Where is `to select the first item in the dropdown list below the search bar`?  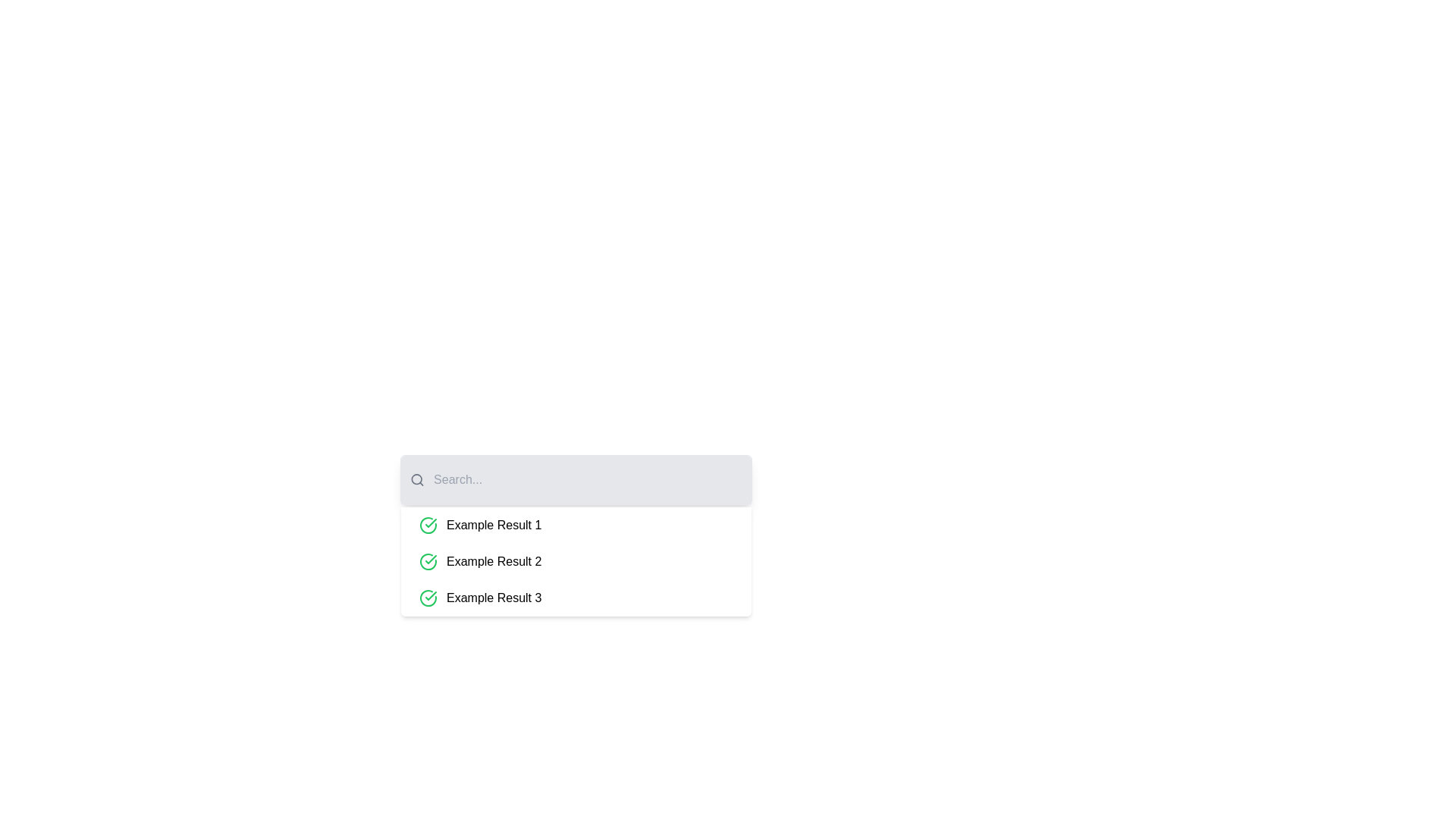
to select the first item in the dropdown list below the search bar is located at coordinates (575, 525).